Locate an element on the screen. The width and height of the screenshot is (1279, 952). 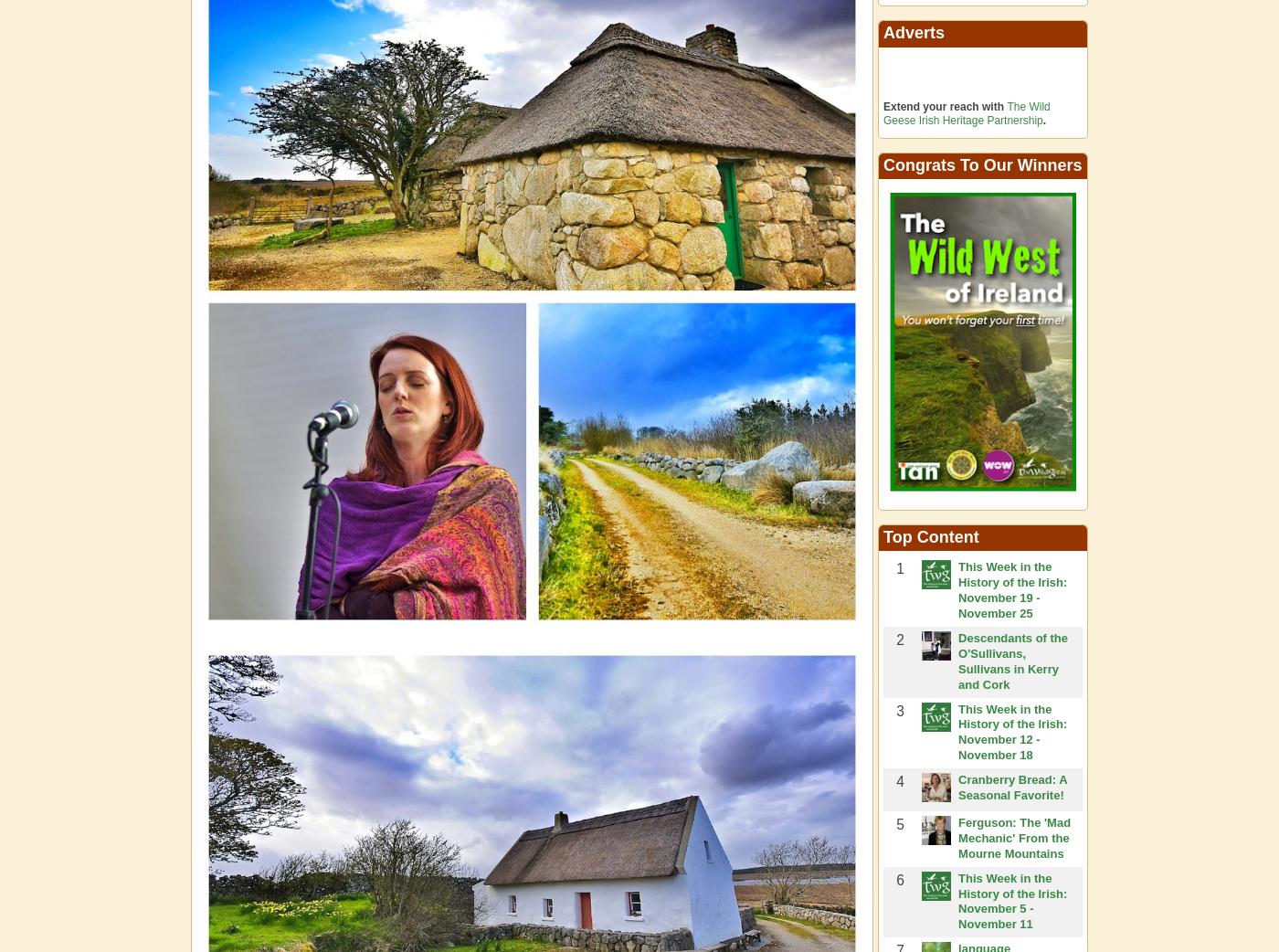
'This Week in the History of the Irish: November 12 - November 18' is located at coordinates (1012, 731).